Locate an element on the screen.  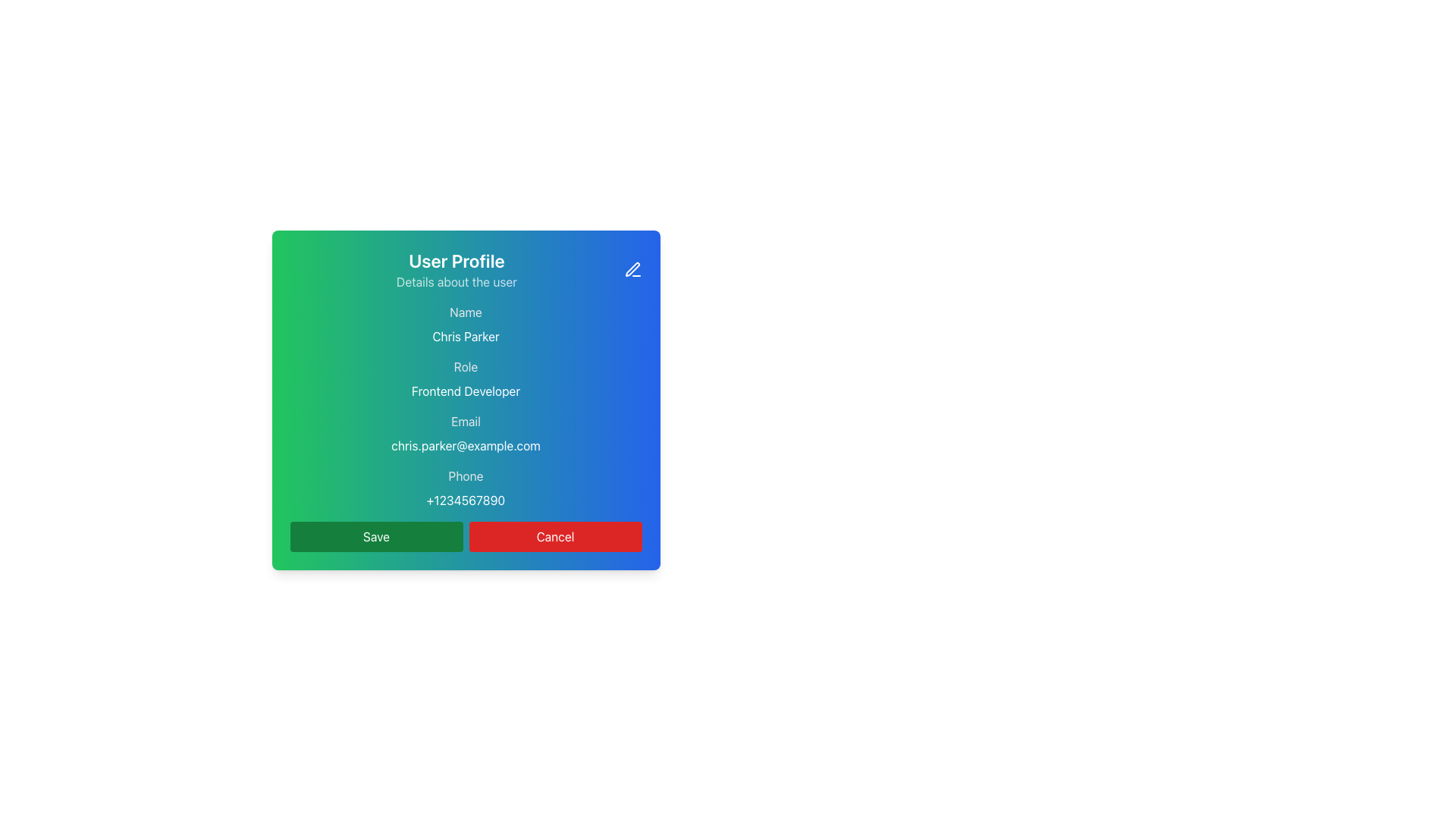
the 'Save' button with a green background and white text, located at the bottom of the modal dialog, to change its appearance is located at coordinates (376, 536).